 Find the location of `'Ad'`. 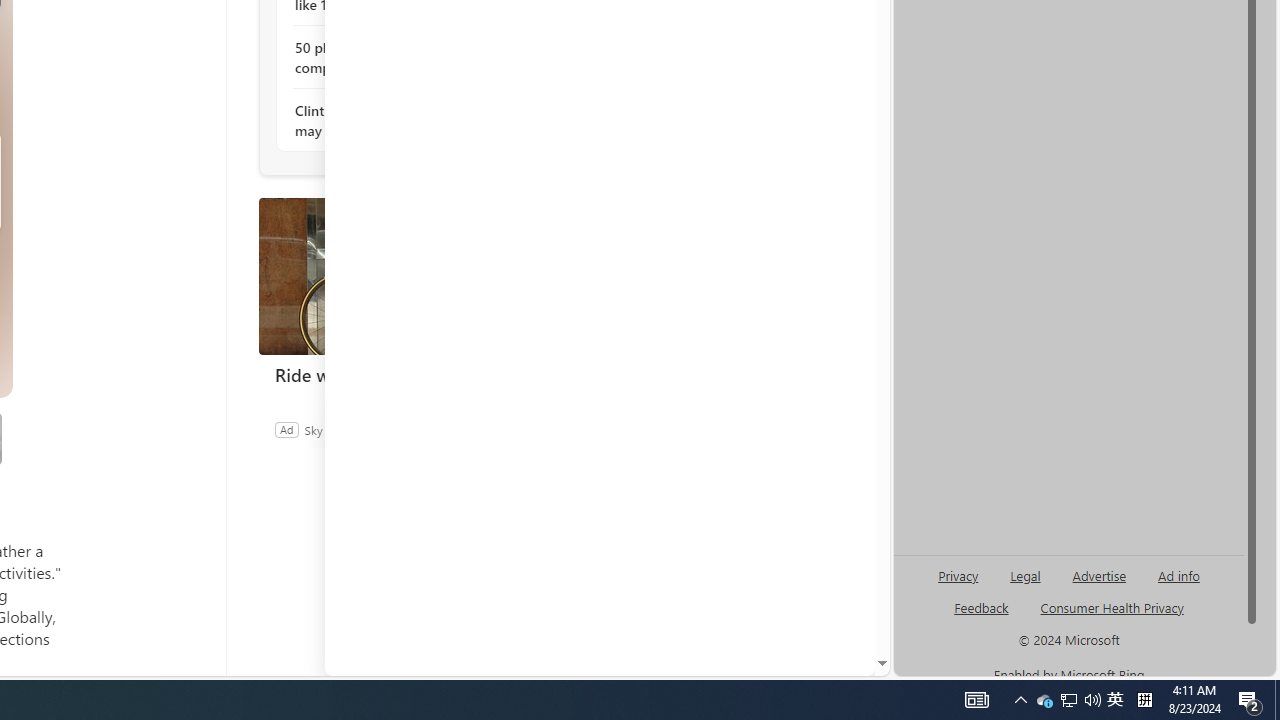

'Ad' is located at coordinates (285, 428).